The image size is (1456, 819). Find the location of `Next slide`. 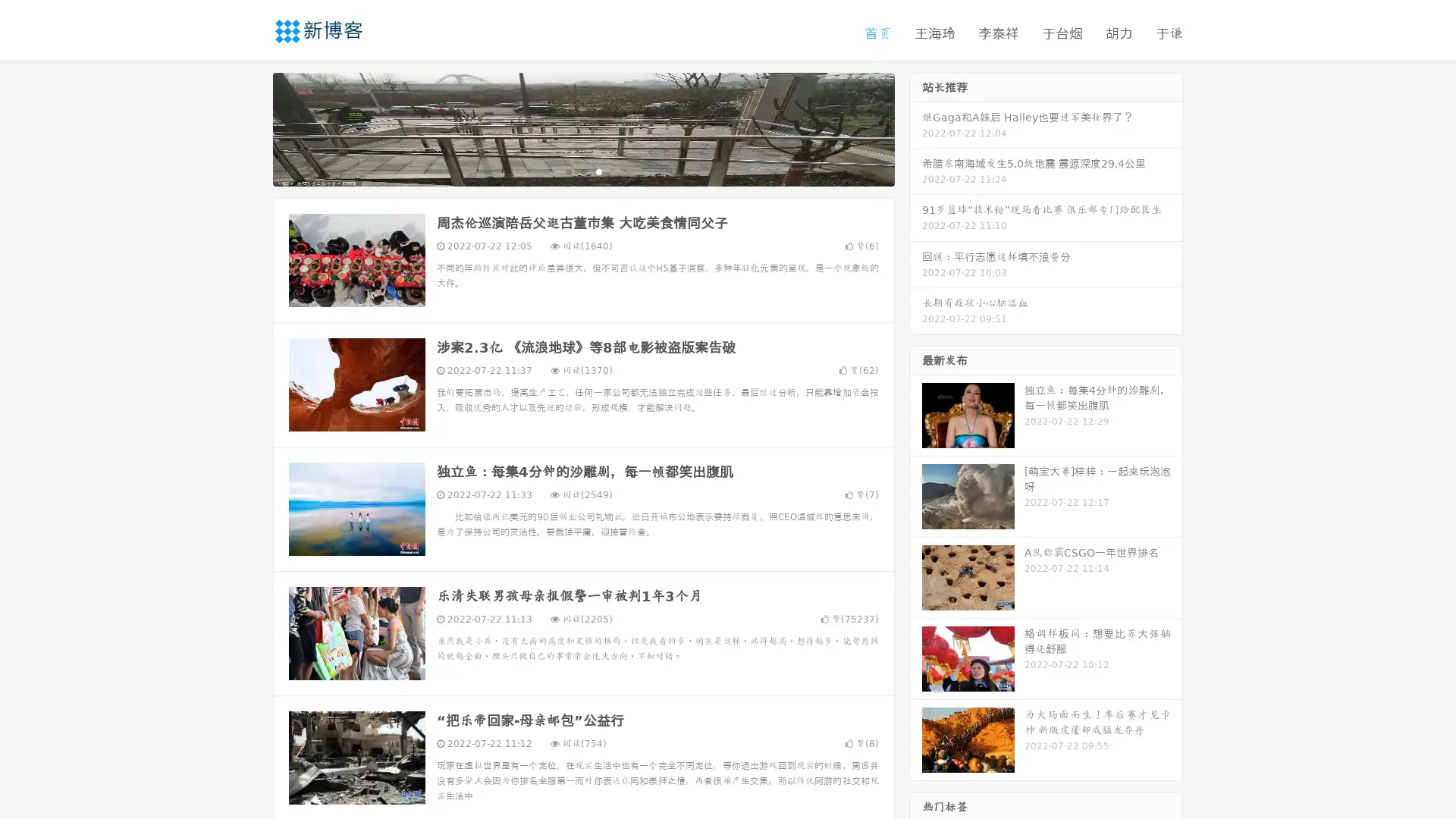

Next slide is located at coordinates (916, 127).